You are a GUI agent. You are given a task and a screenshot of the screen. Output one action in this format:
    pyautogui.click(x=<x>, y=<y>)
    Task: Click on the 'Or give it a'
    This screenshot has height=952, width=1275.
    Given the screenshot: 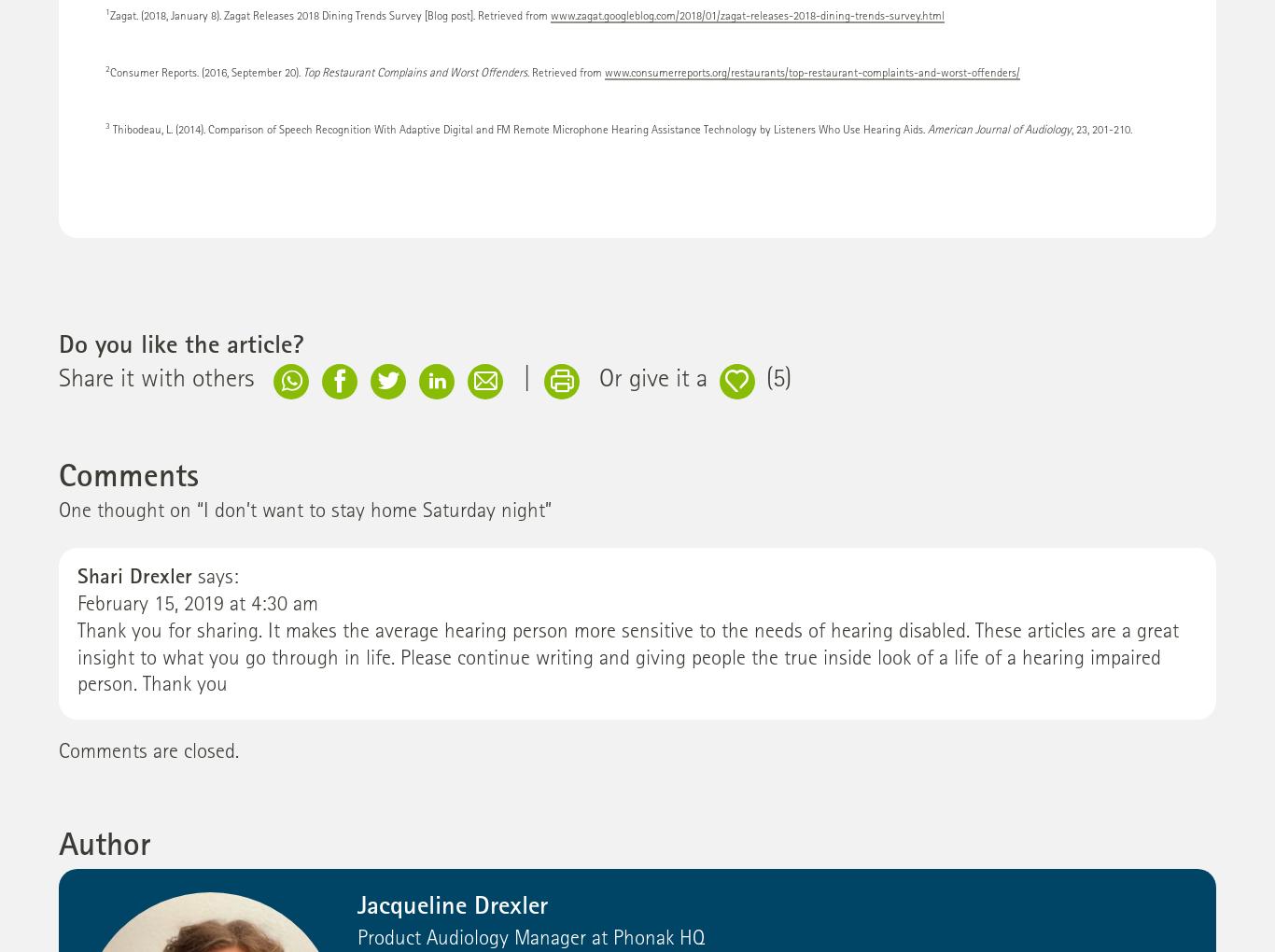 What is the action you would take?
    pyautogui.click(x=652, y=381)
    